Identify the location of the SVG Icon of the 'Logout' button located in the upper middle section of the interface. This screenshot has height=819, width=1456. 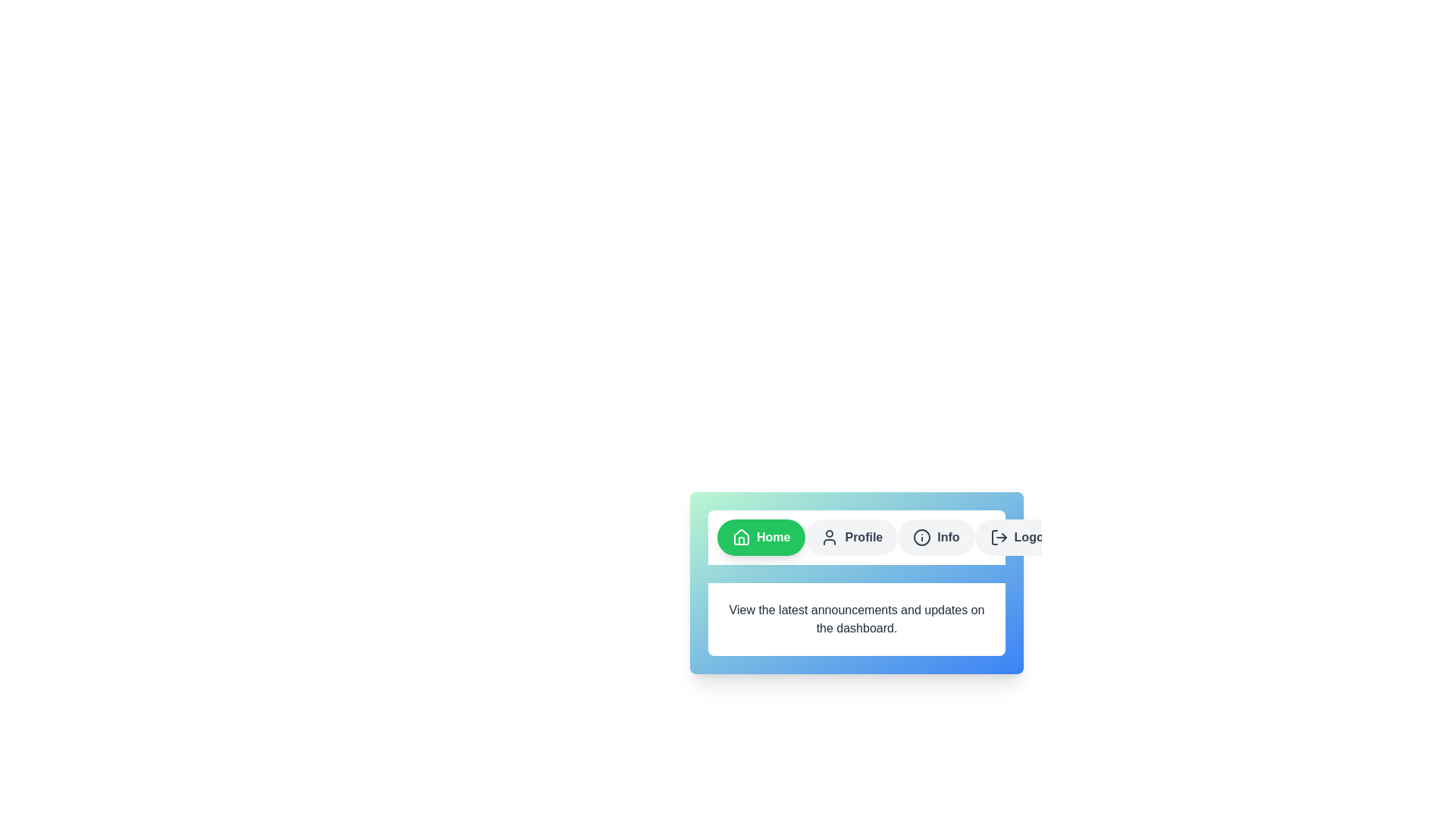
(999, 537).